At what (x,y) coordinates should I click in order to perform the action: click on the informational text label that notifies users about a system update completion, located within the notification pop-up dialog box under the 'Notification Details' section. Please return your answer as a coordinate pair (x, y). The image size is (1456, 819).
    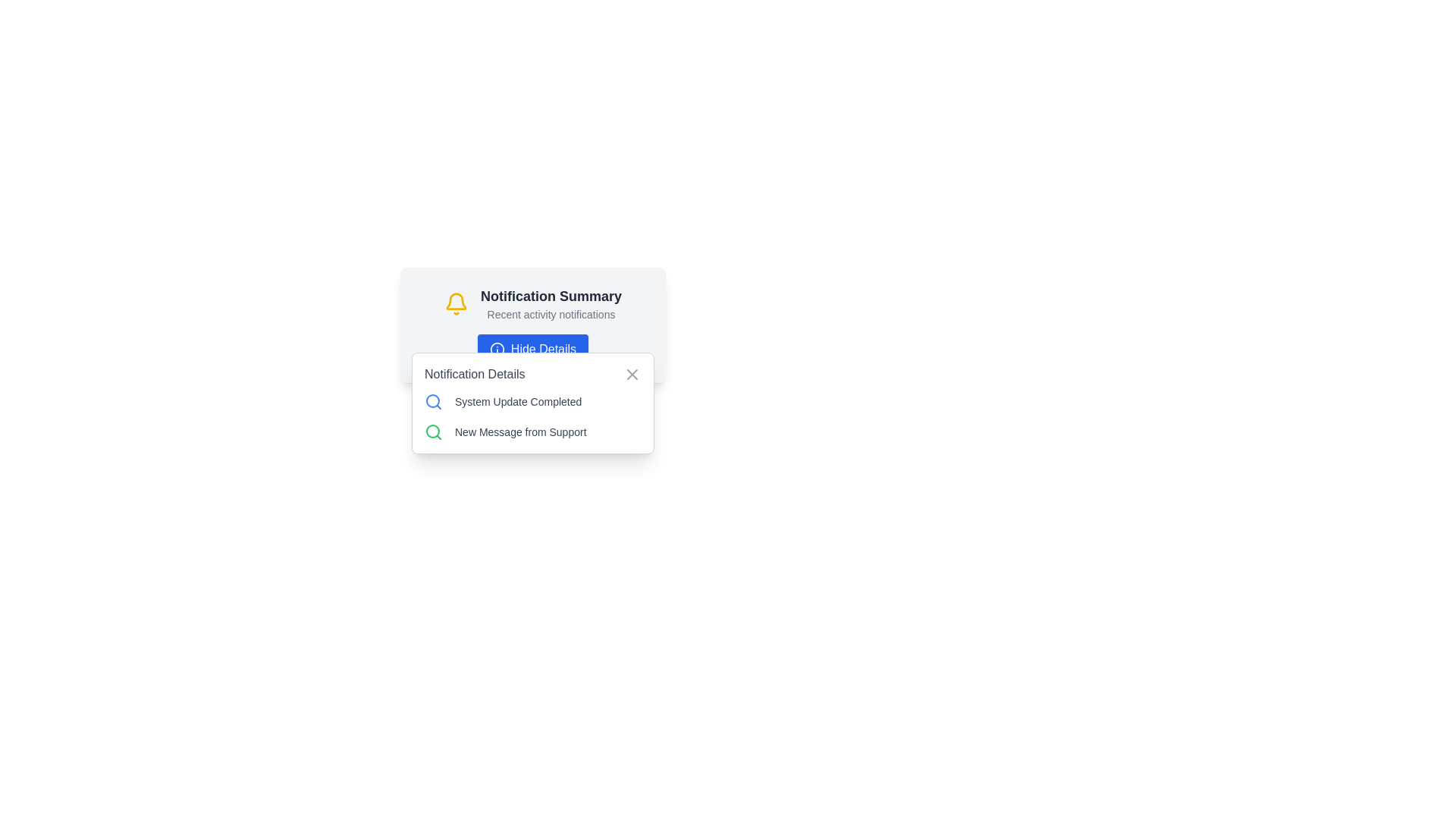
    Looking at the image, I should click on (518, 400).